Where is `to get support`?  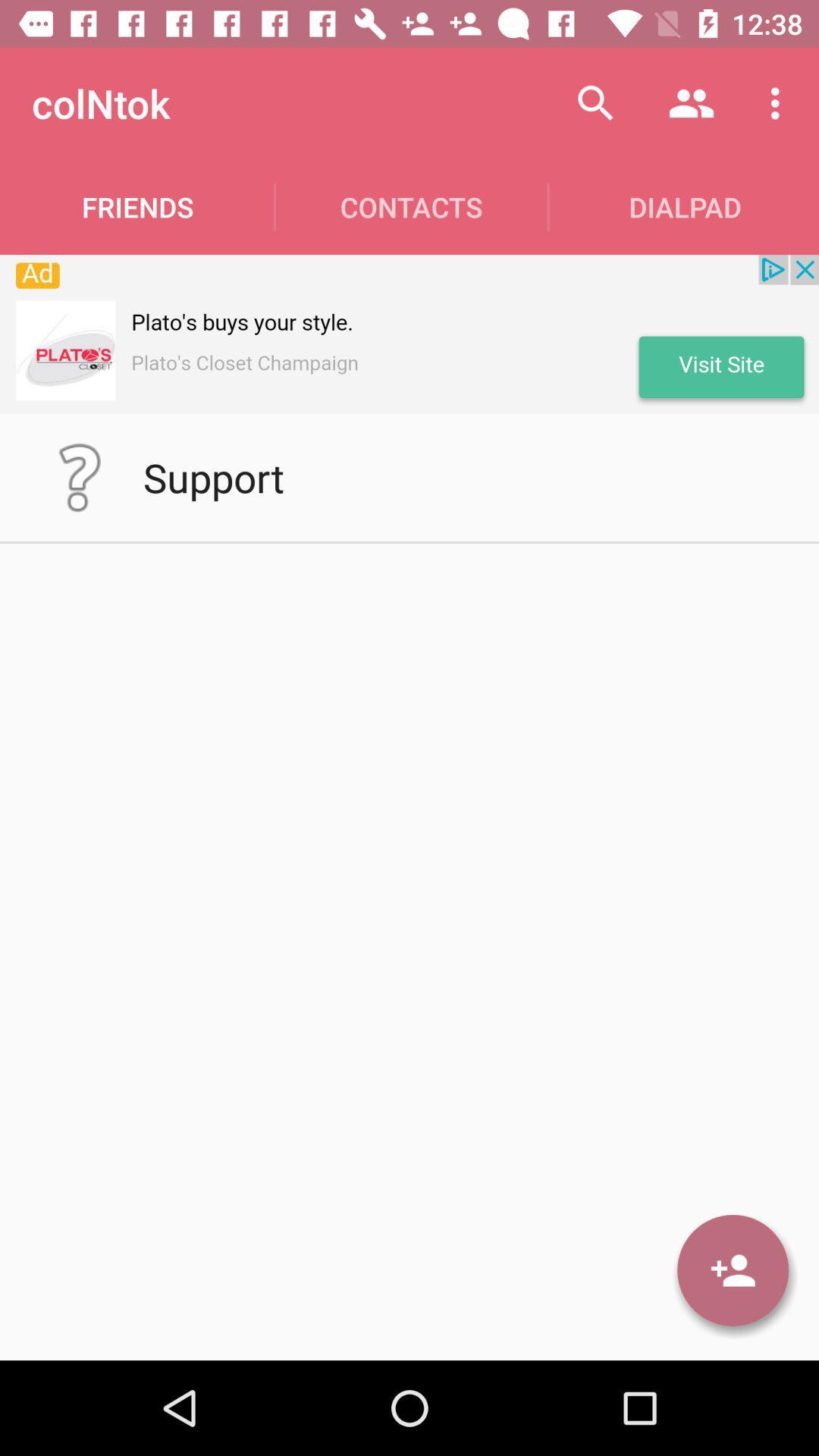
to get support is located at coordinates (79, 476).